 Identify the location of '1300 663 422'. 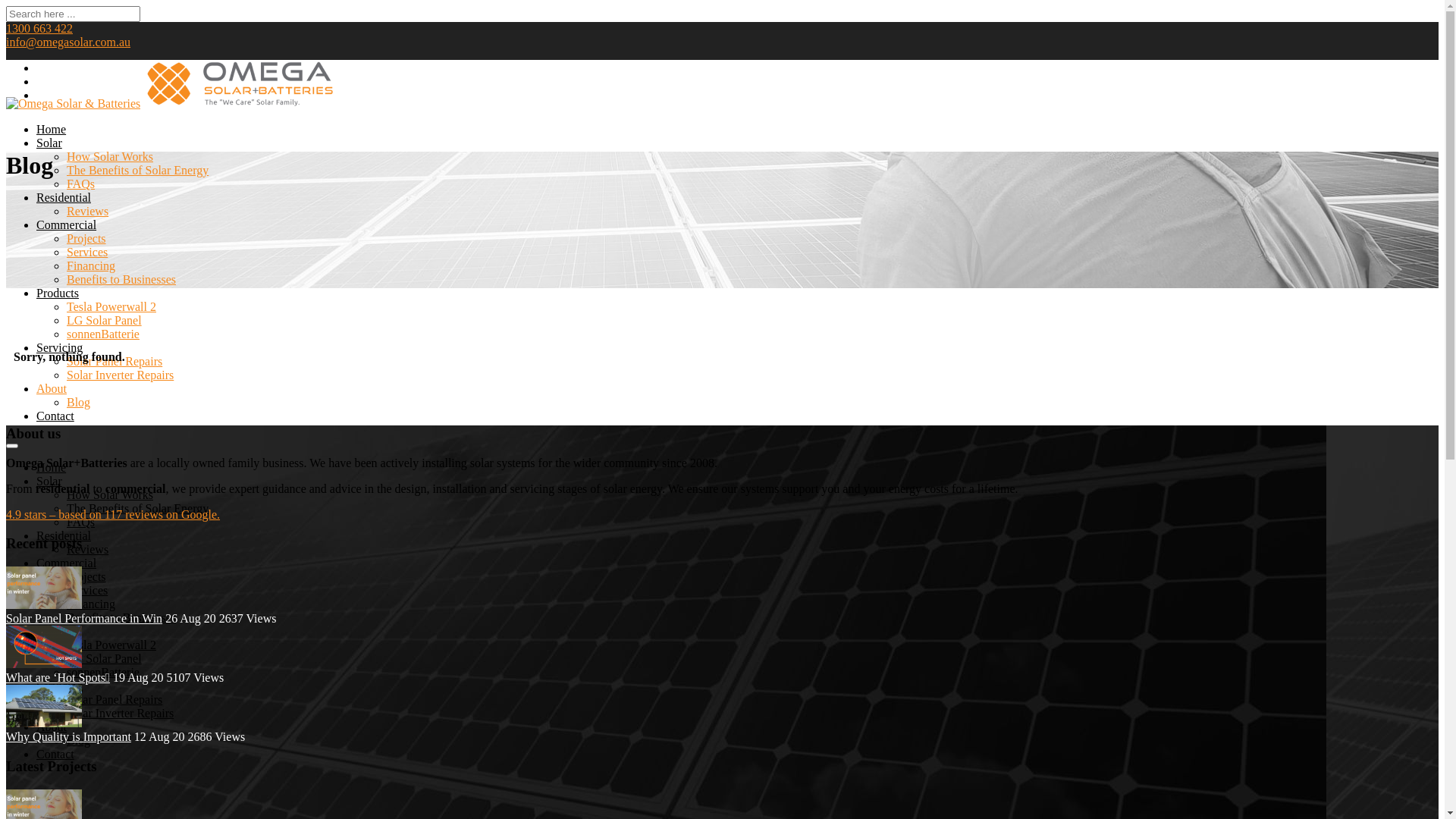
(39, 28).